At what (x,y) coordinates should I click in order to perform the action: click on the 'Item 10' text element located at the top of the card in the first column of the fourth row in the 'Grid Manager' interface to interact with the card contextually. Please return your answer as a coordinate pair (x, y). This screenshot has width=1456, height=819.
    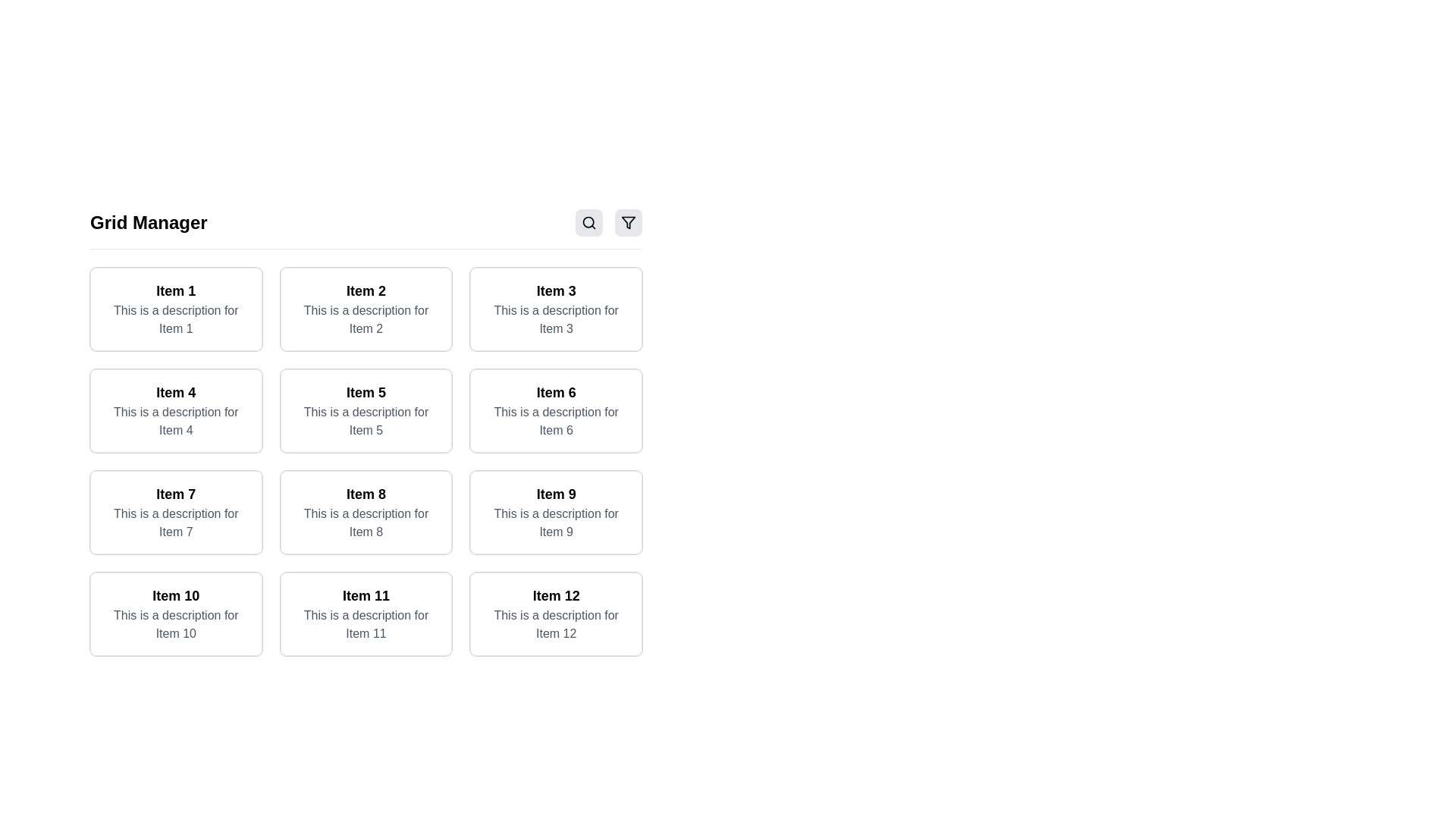
    Looking at the image, I should click on (176, 595).